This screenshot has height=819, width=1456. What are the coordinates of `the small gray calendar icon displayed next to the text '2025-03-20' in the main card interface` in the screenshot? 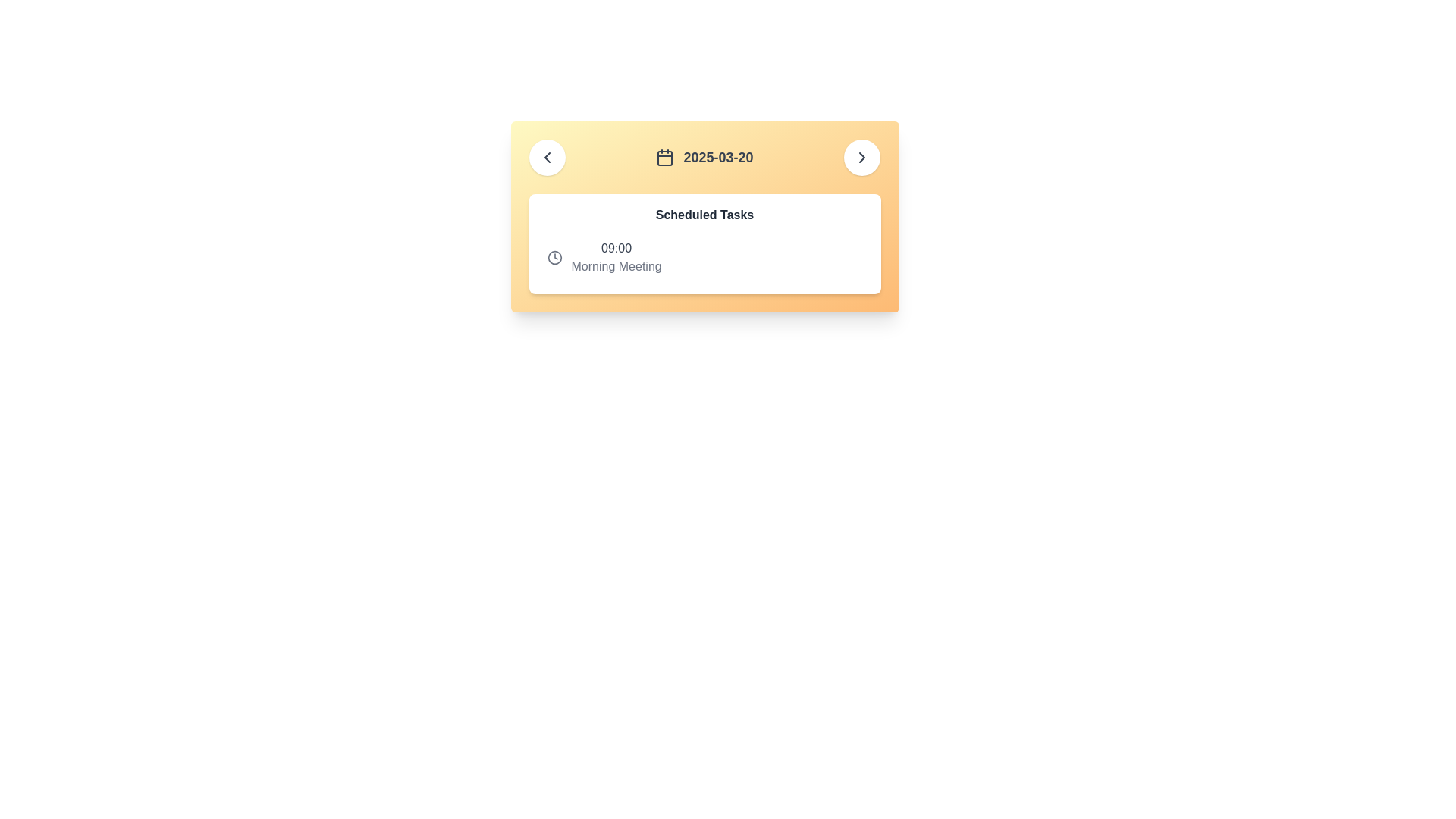 It's located at (665, 158).